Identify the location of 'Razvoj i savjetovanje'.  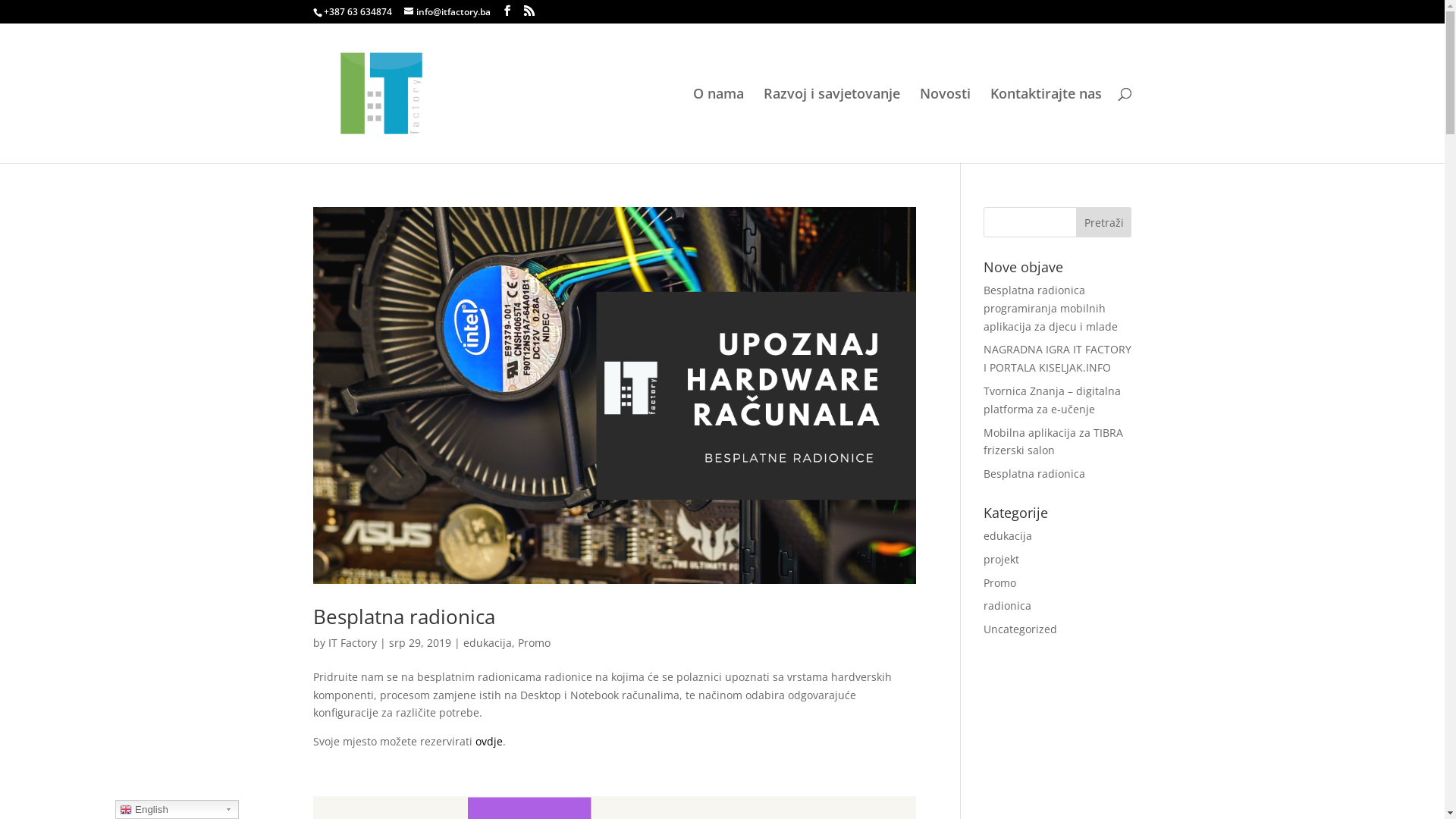
(830, 124).